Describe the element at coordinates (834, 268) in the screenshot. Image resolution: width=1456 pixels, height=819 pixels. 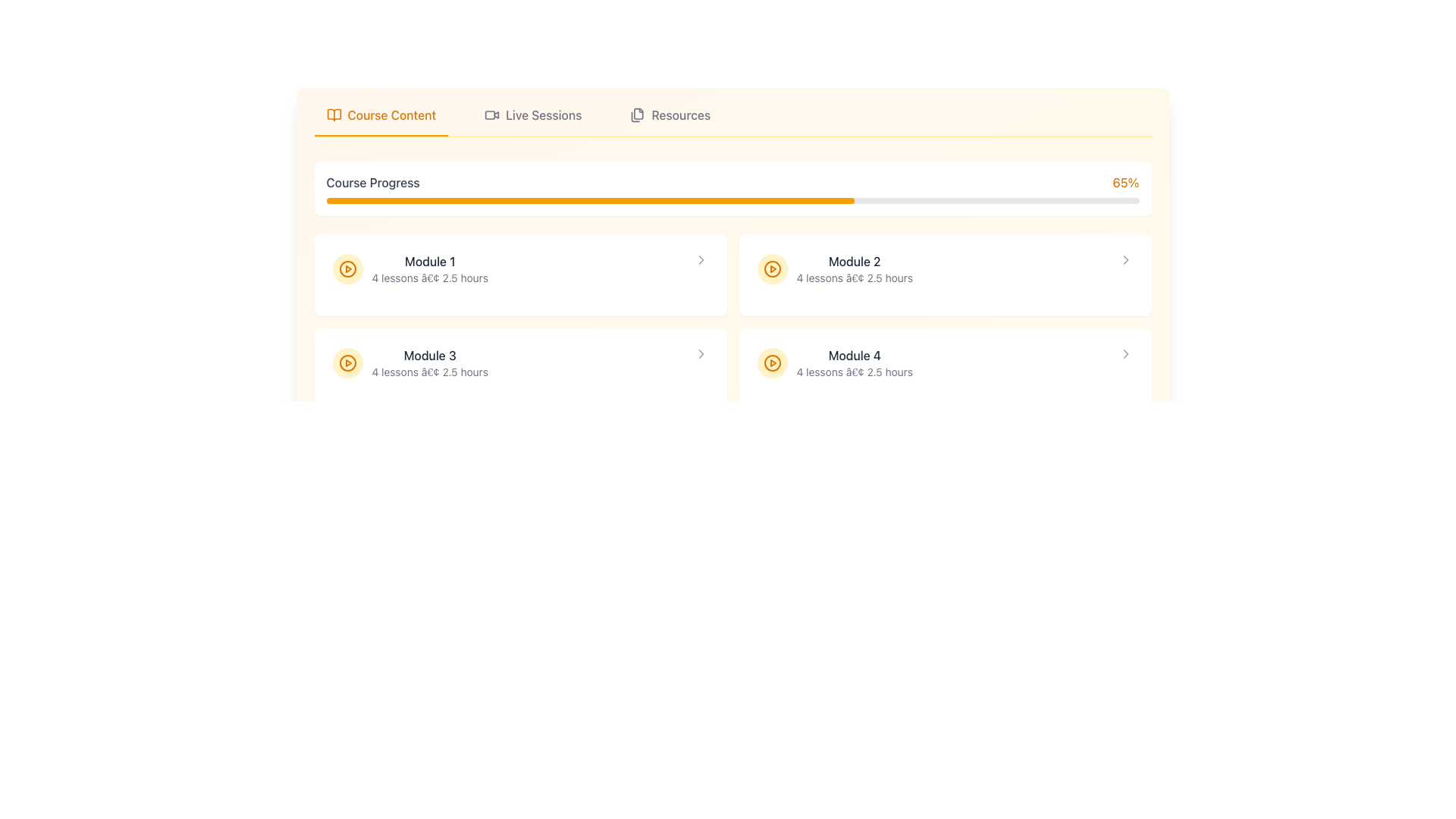
I see `the Text block displaying the title 'Module 2' and subtitle '4 lessons • 2.5 hours', which is located in the second column of the grid in the second row` at that location.